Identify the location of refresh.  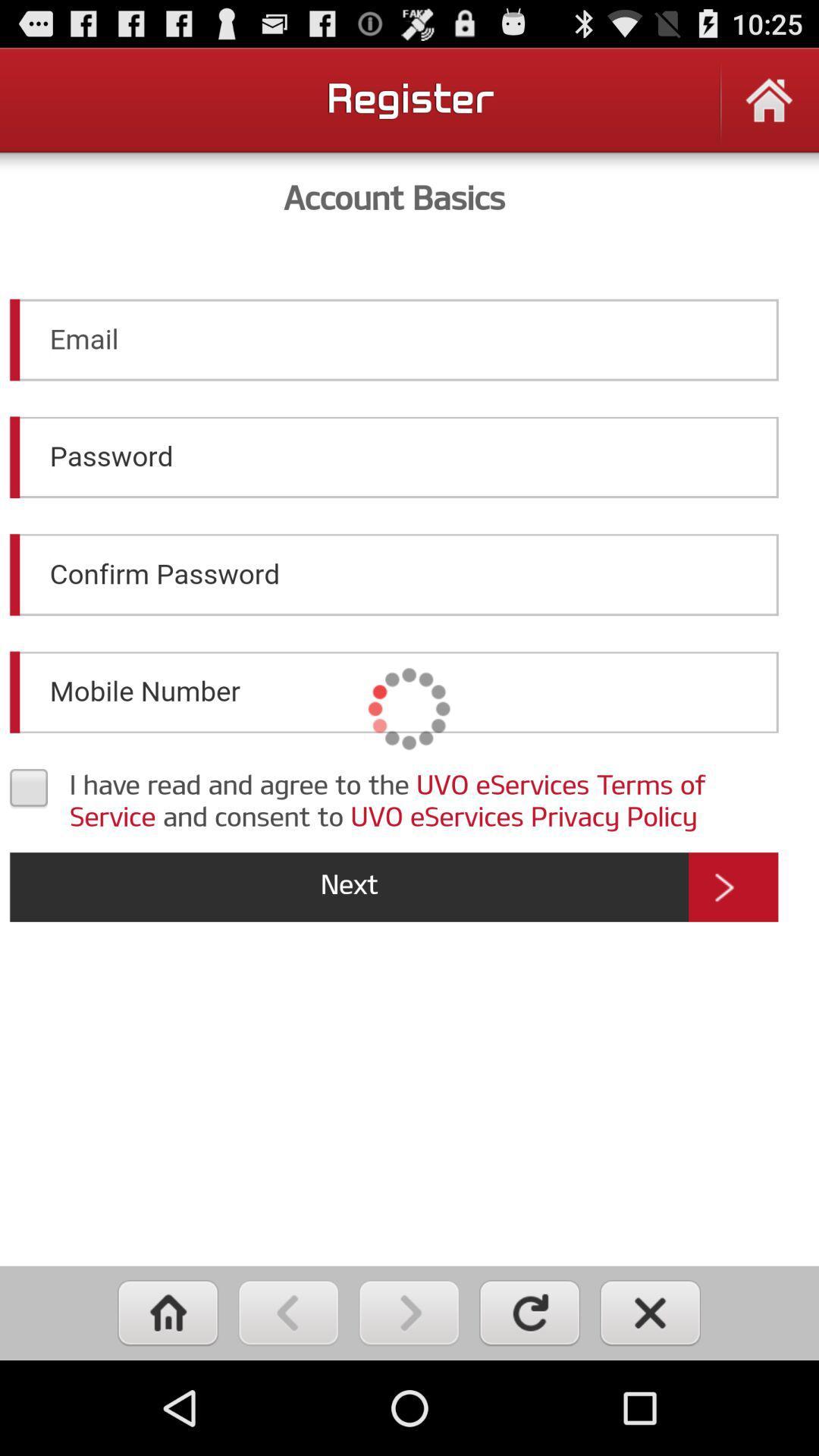
(529, 1312).